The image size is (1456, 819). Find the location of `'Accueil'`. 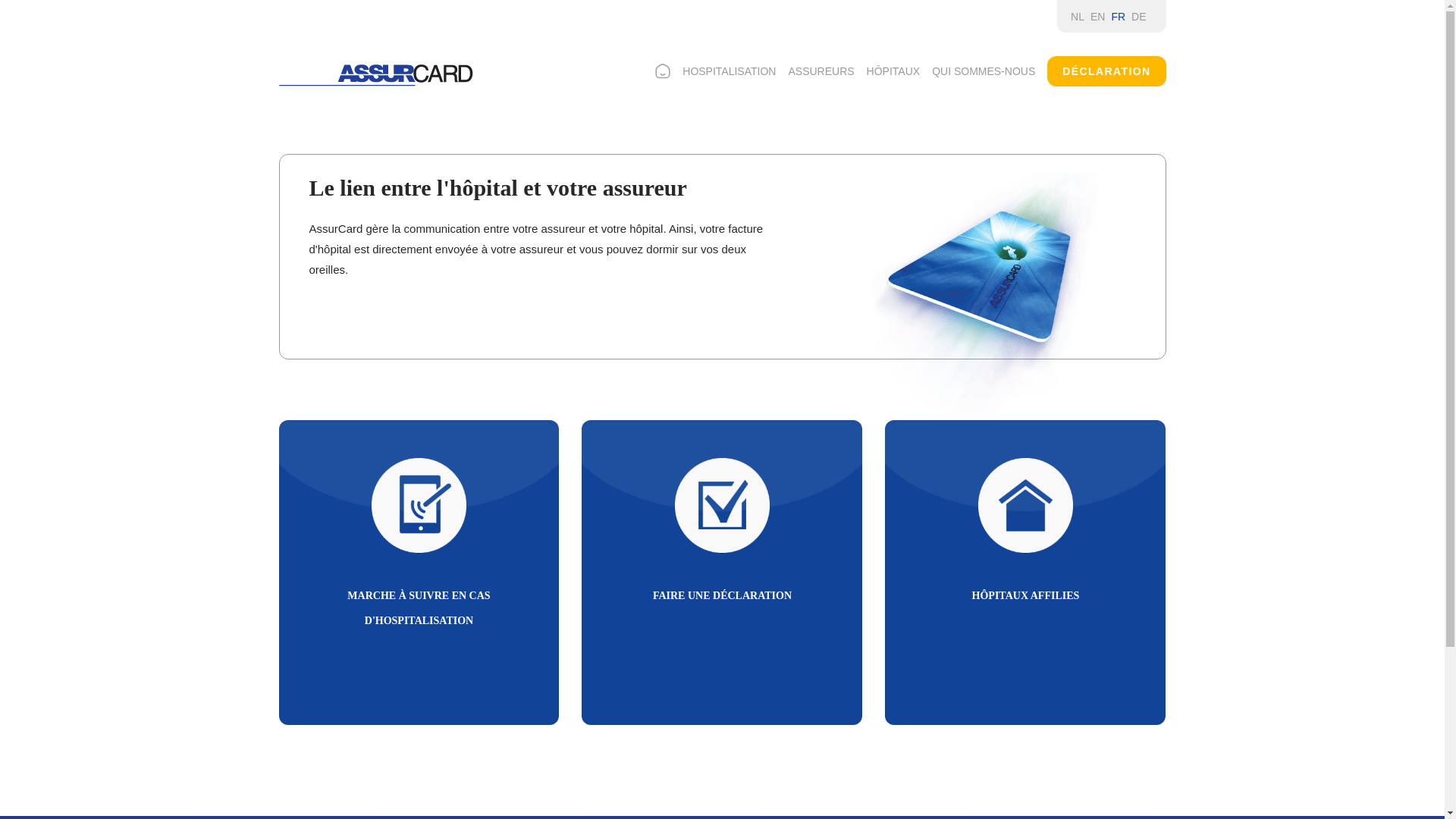

'Accueil' is located at coordinates (375, 75).